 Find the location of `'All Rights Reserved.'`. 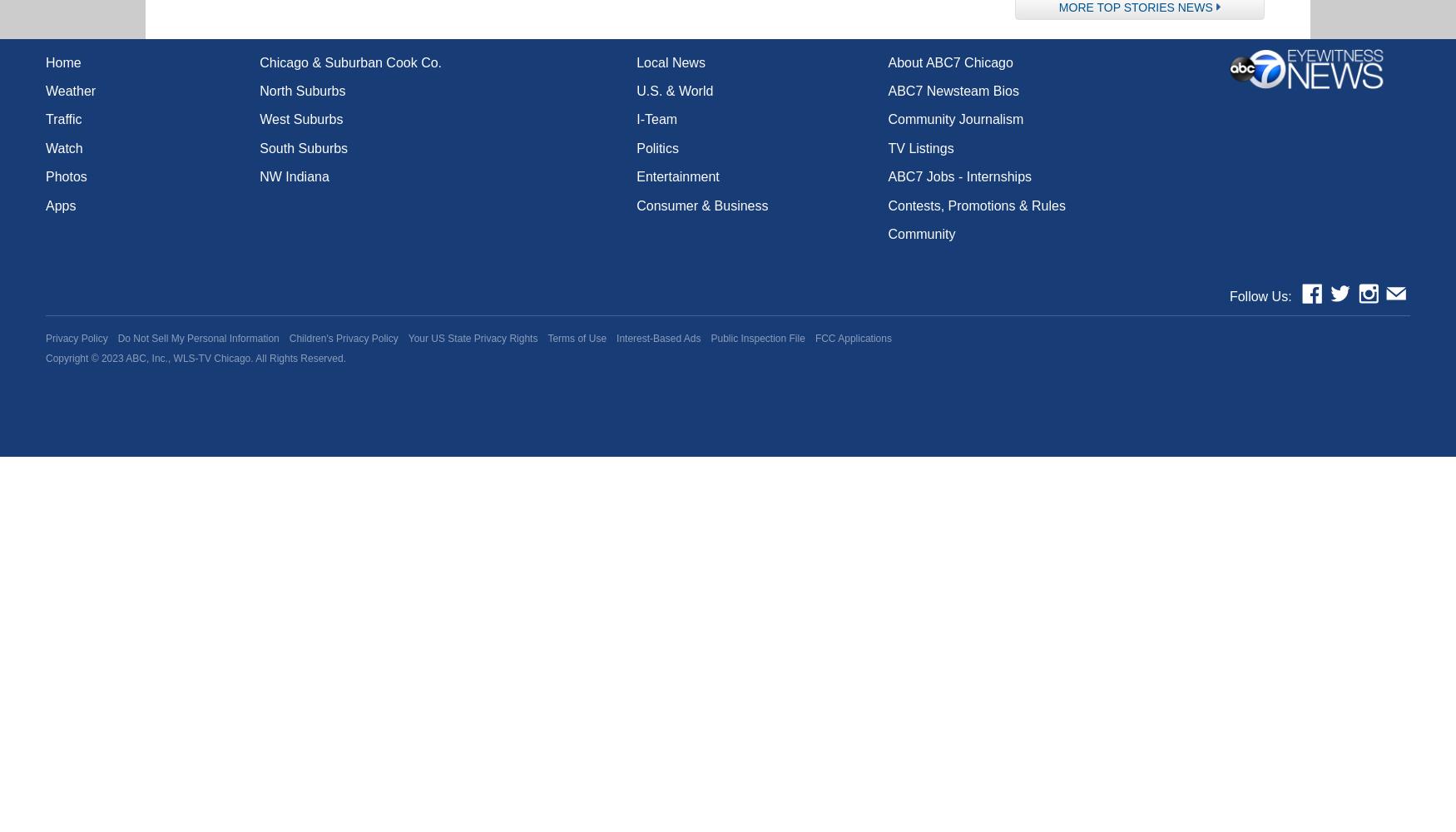

'All Rights Reserved.' is located at coordinates (299, 359).